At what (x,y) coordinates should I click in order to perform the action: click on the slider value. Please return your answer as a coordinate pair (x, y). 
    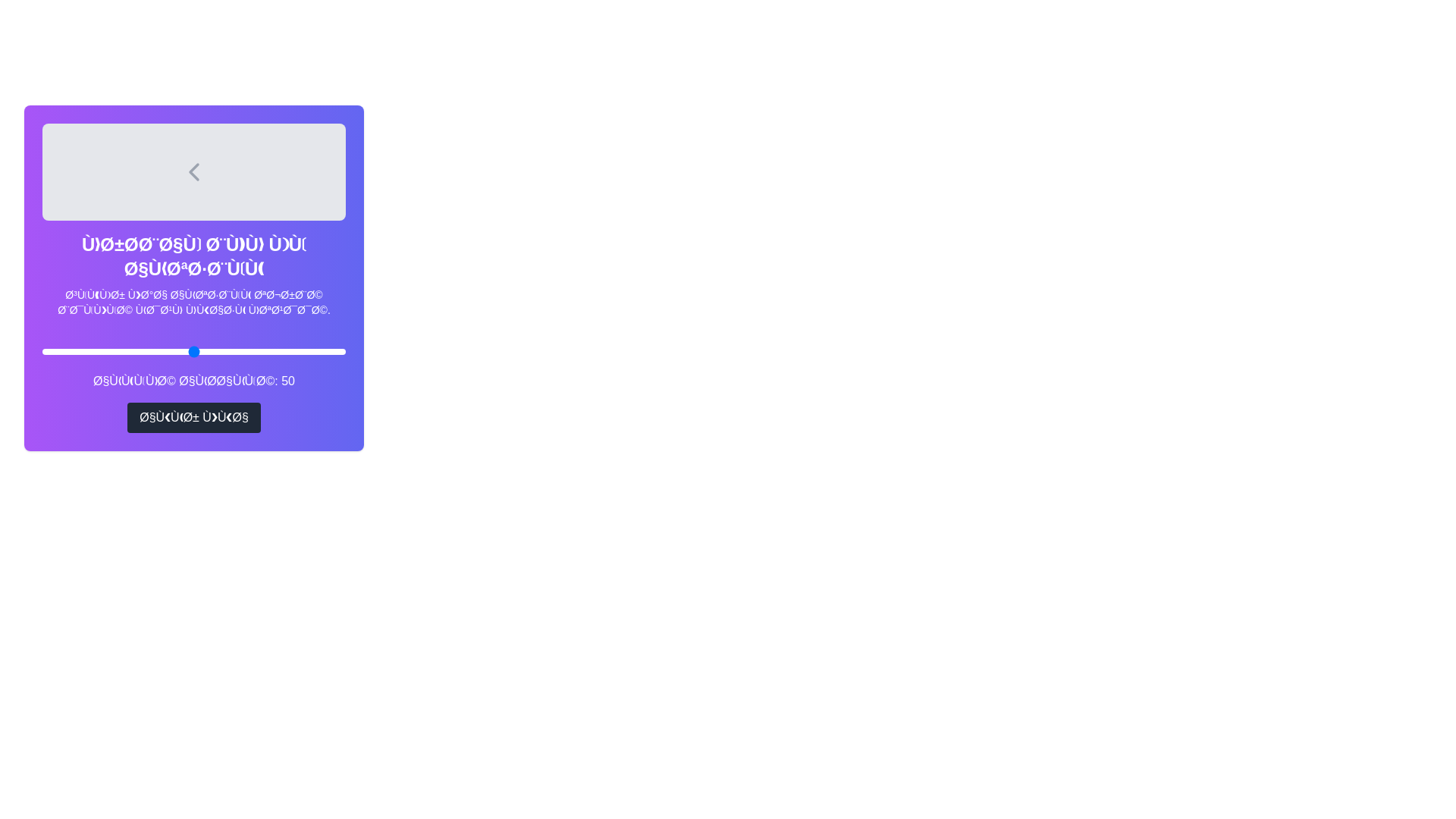
    Looking at the image, I should click on (312, 351).